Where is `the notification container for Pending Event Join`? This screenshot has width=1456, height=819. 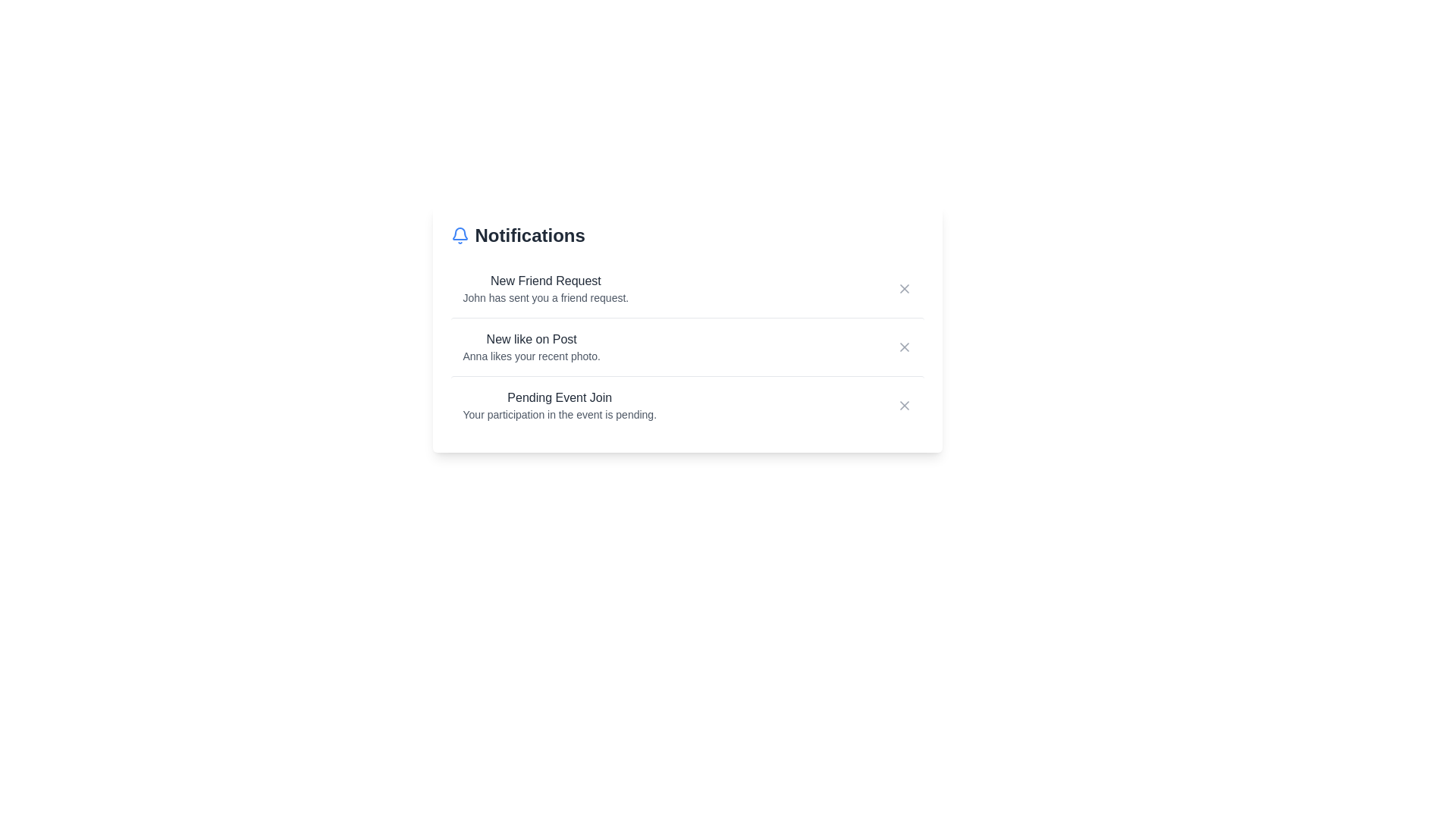
the notification container for Pending Event Join is located at coordinates (686, 404).